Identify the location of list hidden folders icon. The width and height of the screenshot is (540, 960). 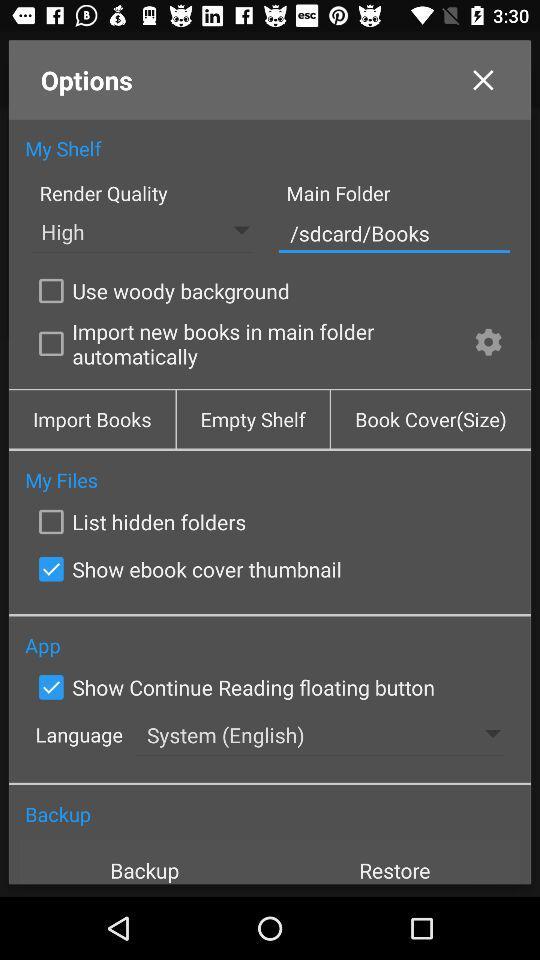
(137, 521).